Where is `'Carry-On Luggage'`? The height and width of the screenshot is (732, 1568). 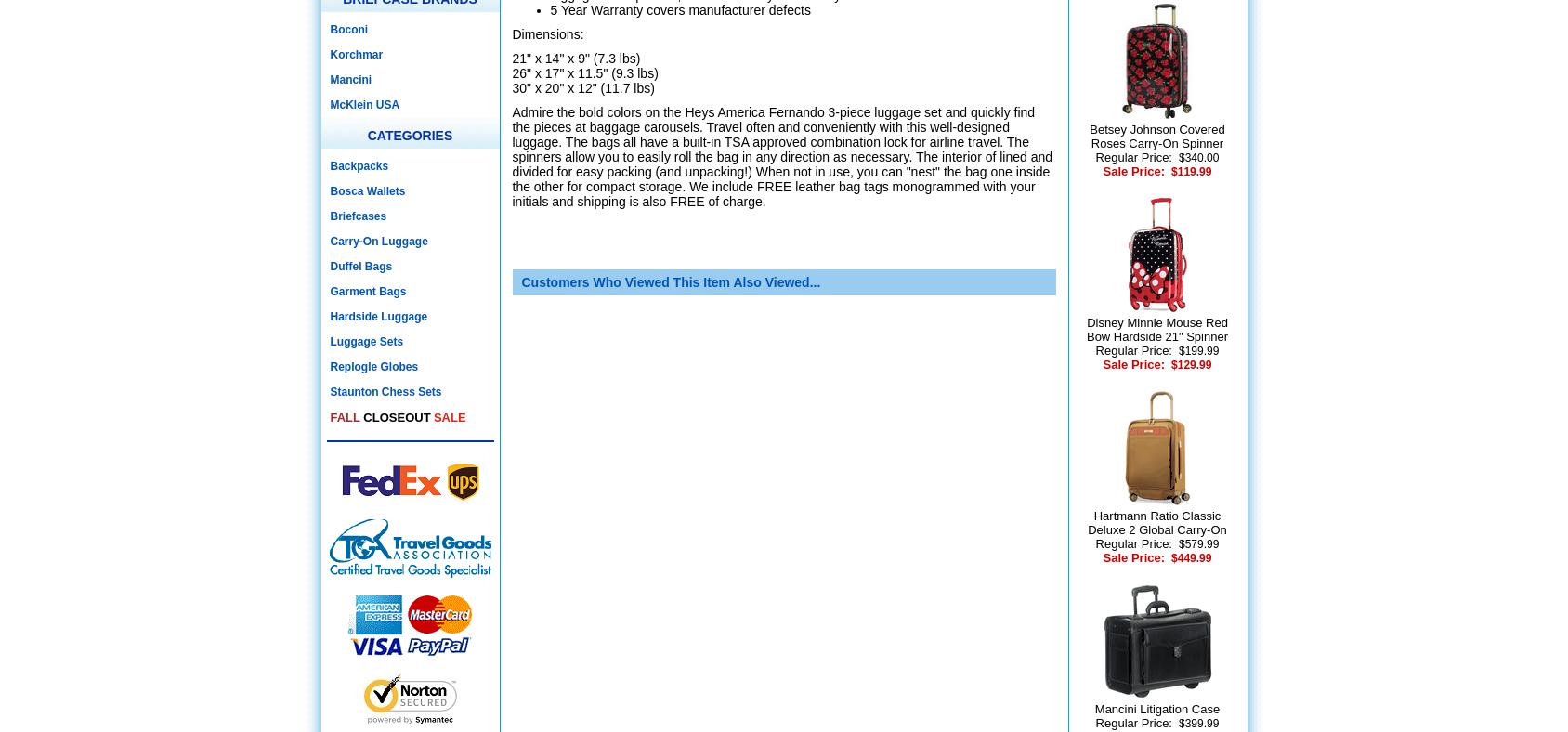 'Carry-On Luggage' is located at coordinates (378, 240).